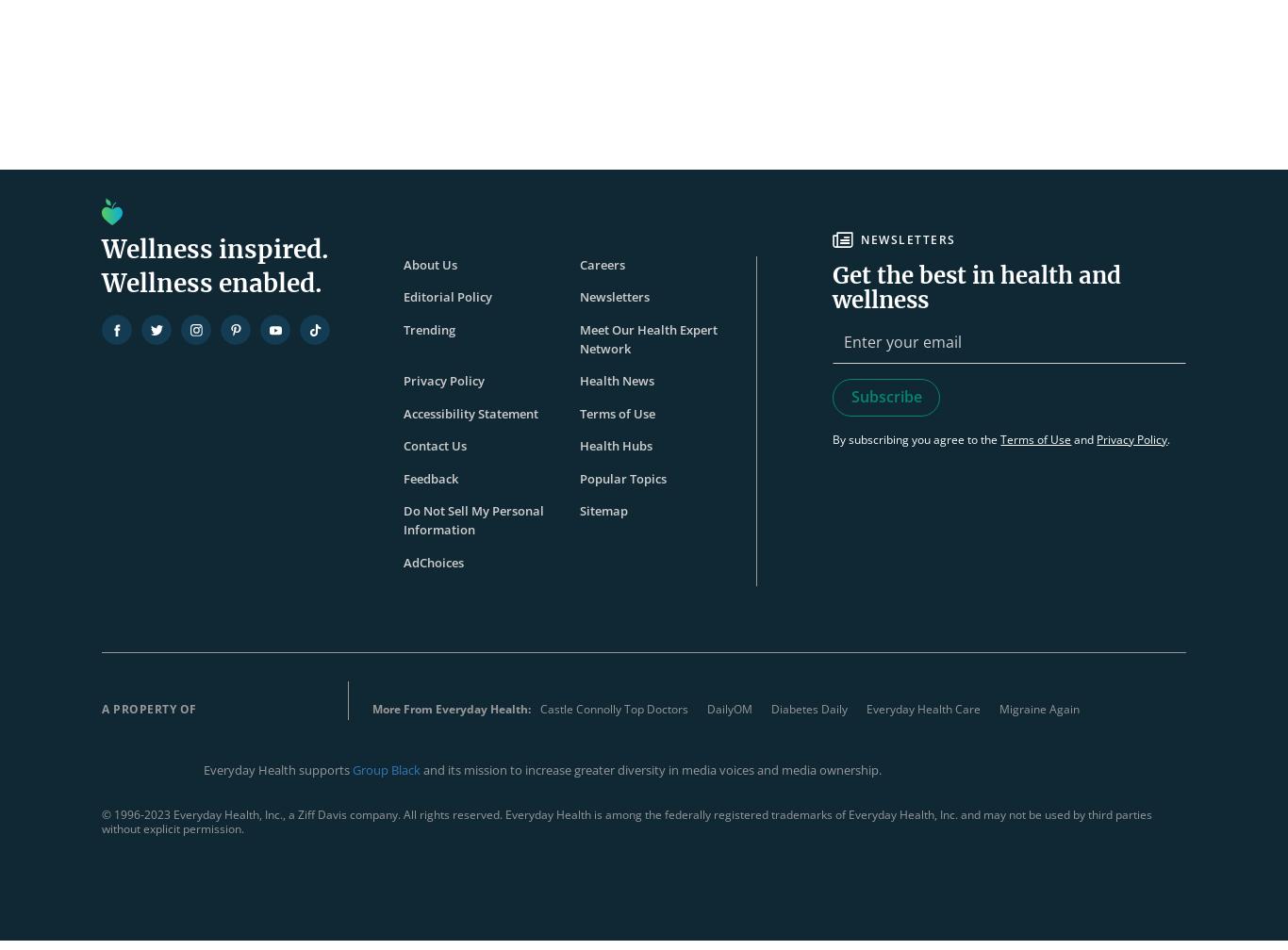 This screenshot has width=1288, height=950. I want to click on 'and its mission to increase greater diversity in media voices and media ownership.', so click(652, 769).